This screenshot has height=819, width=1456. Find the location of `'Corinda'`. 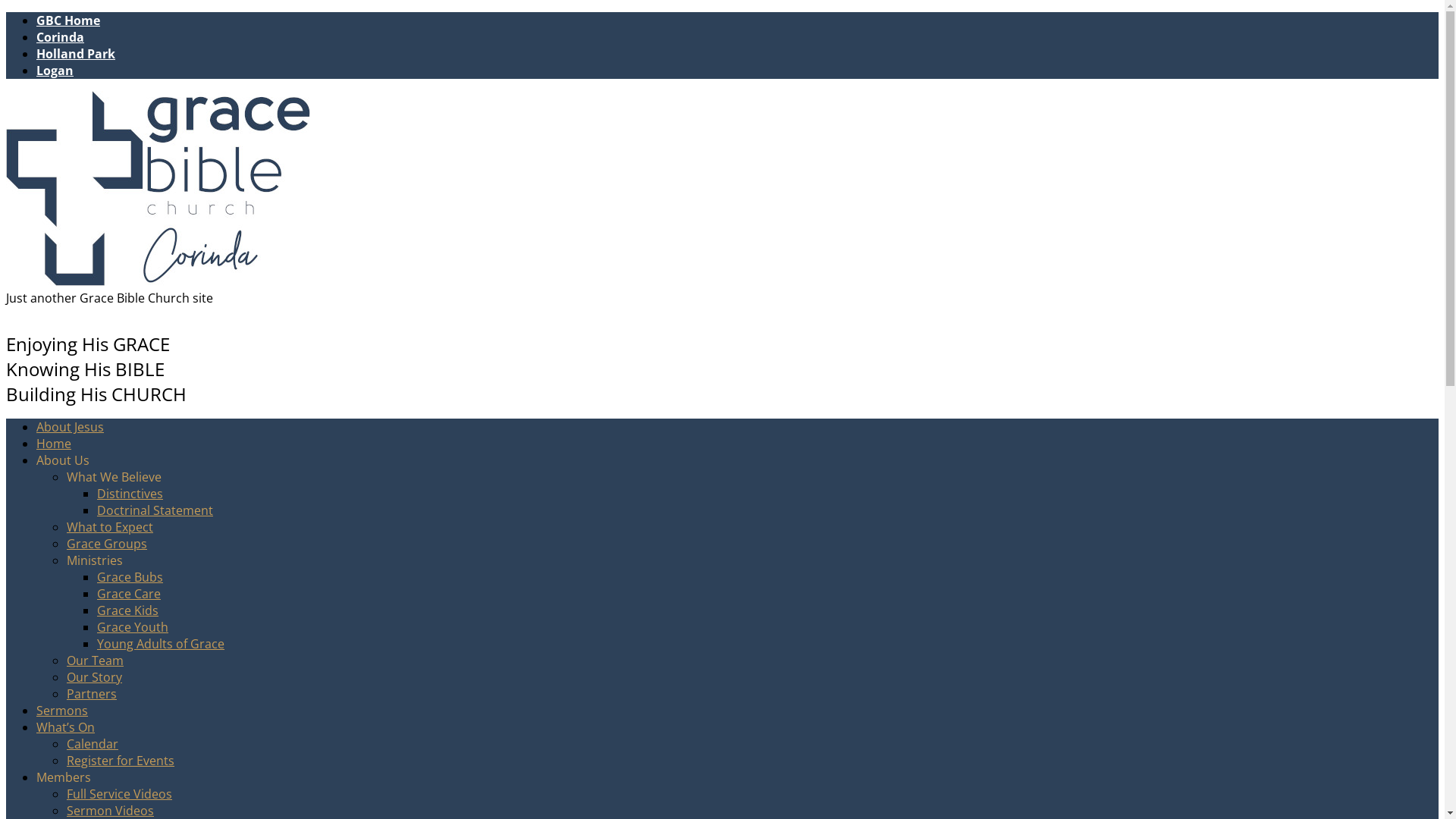

'Corinda' is located at coordinates (36, 36).